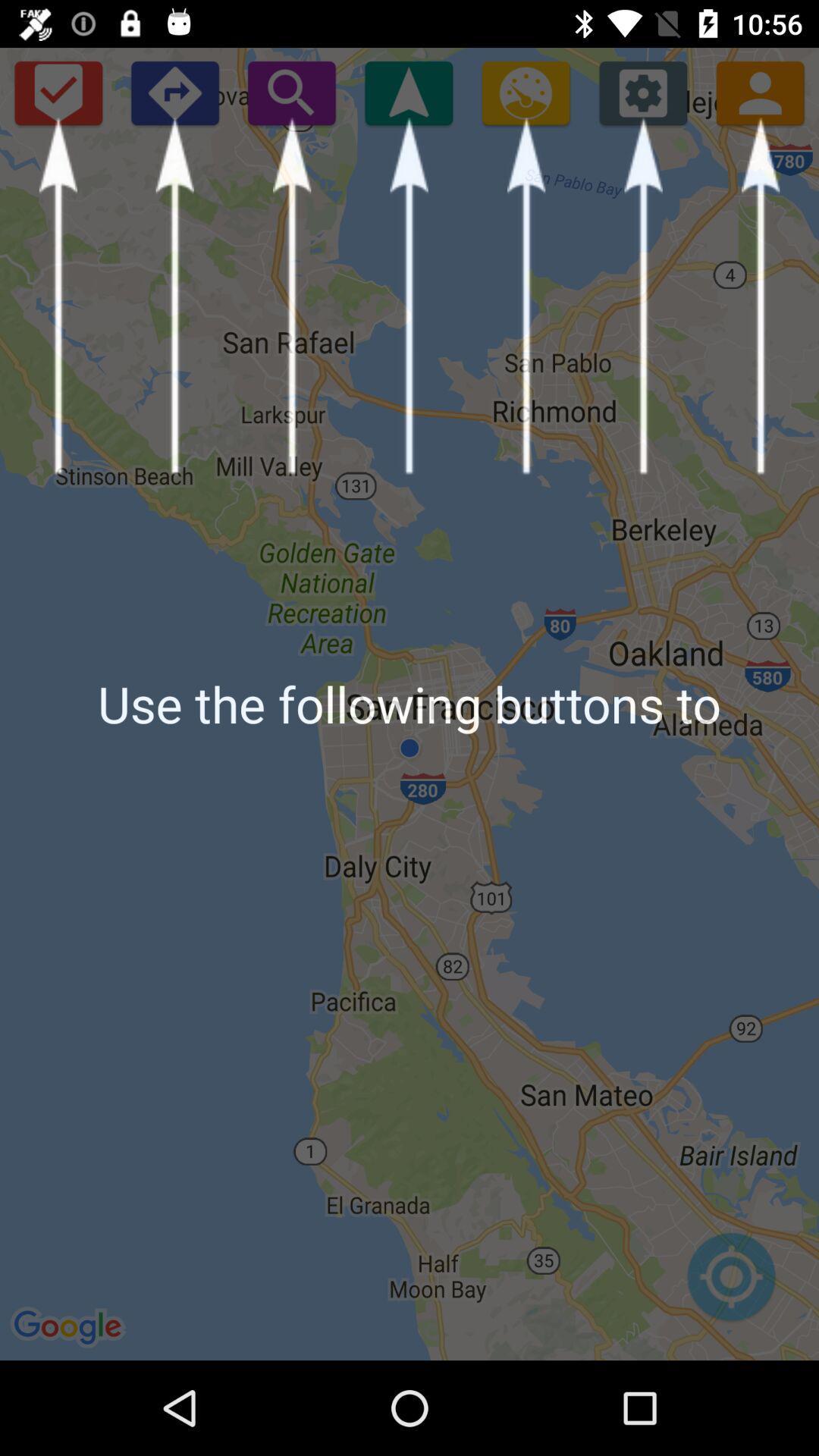 This screenshot has height=1456, width=819. Describe the element at coordinates (760, 92) in the screenshot. I see `item above use the following icon` at that location.